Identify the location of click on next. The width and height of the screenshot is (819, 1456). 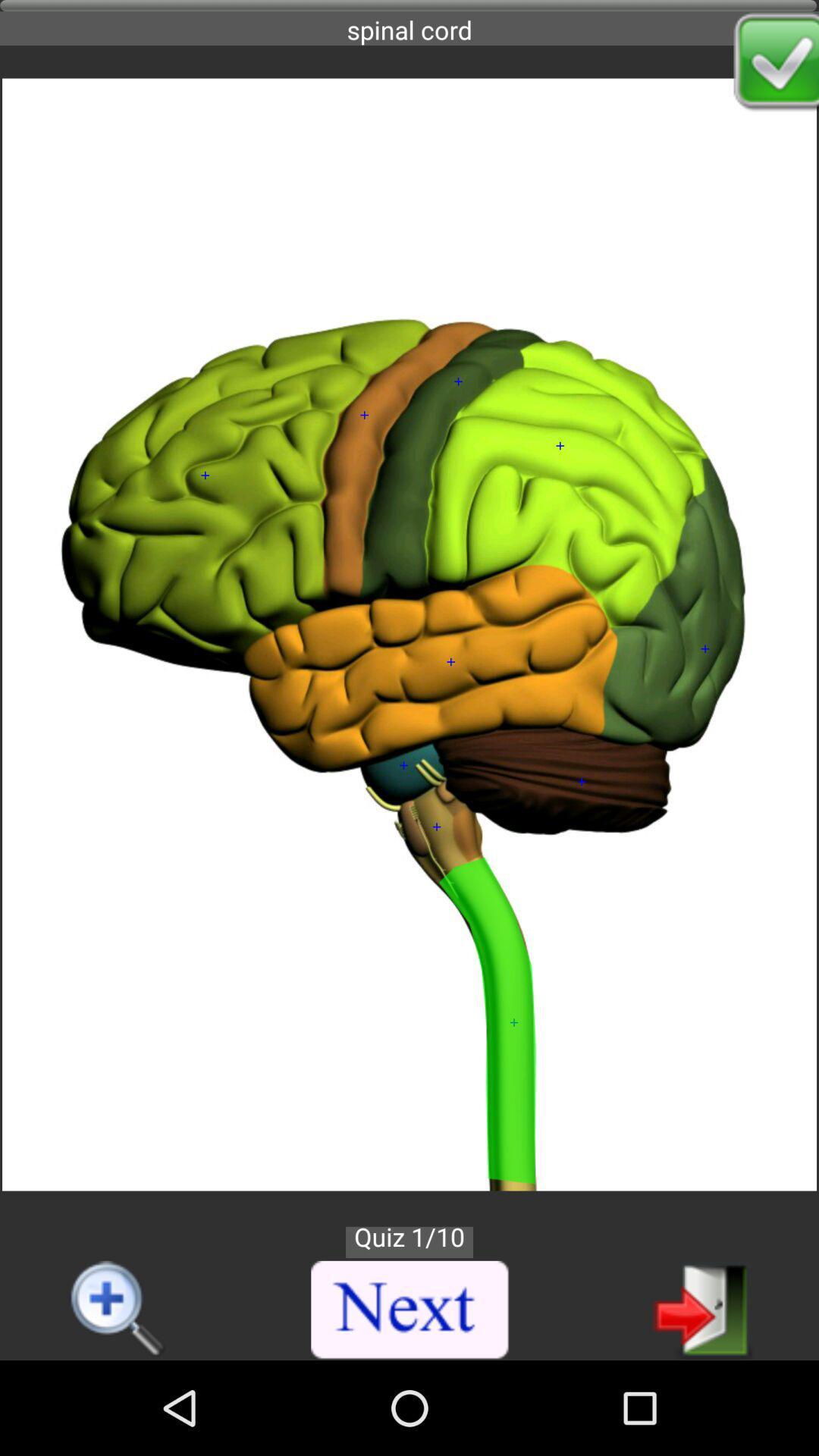
(410, 1310).